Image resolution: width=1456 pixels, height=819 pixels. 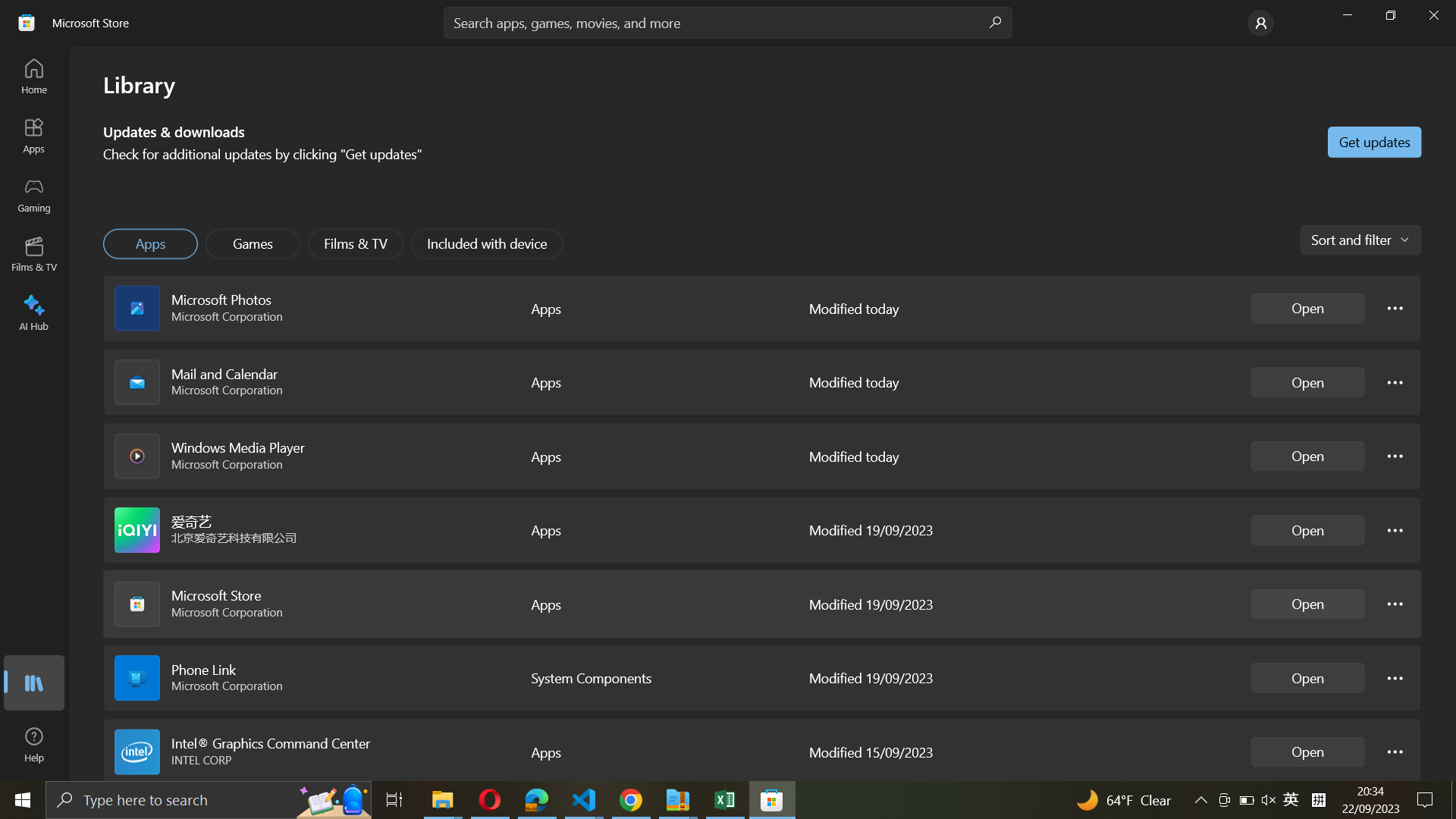 I want to click on the option menu on Microsoft Photos, so click(x=2676856, y=333333).